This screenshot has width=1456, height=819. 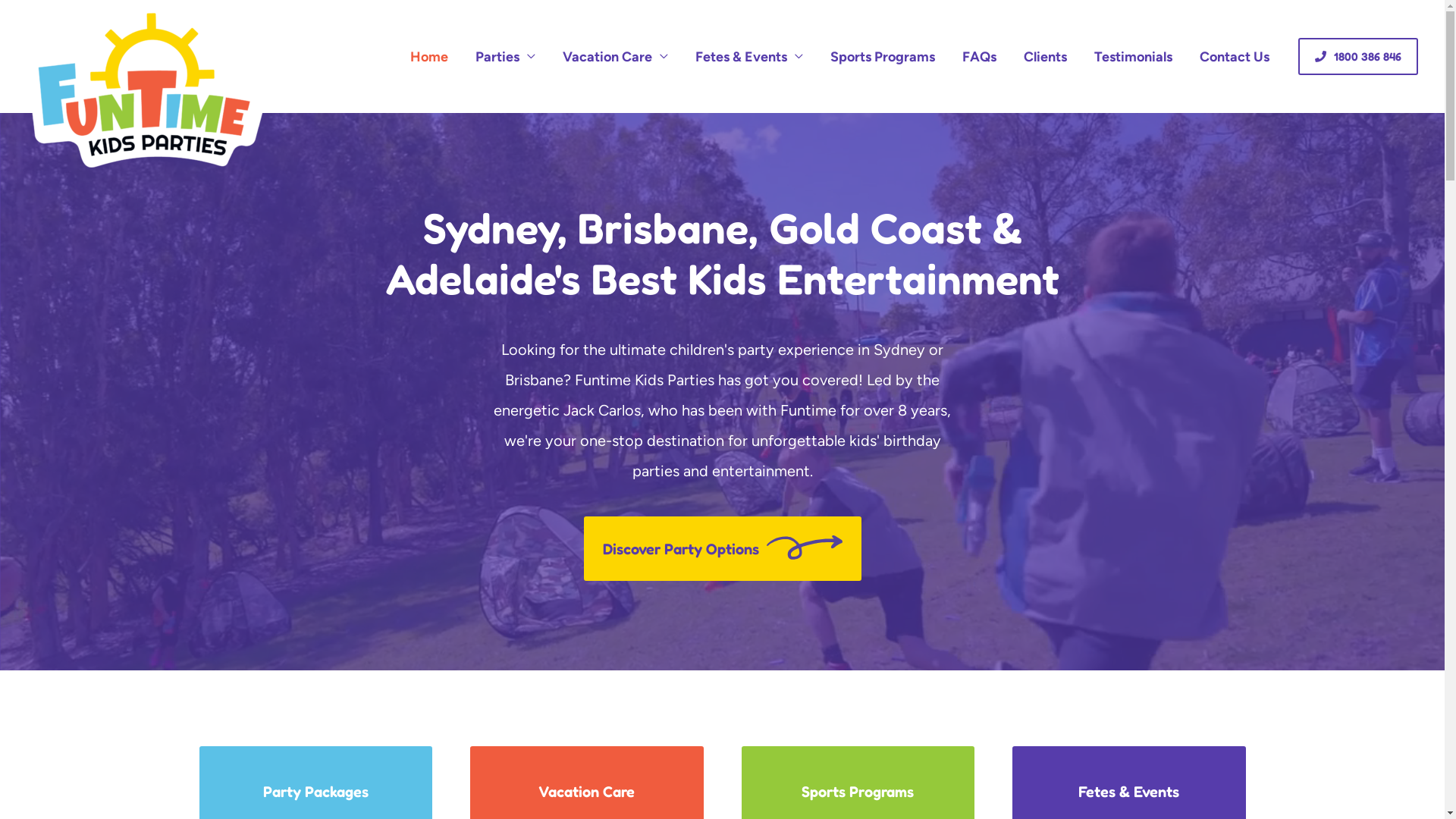 What do you see at coordinates (1044, 55) in the screenshot?
I see `'Clients'` at bounding box center [1044, 55].